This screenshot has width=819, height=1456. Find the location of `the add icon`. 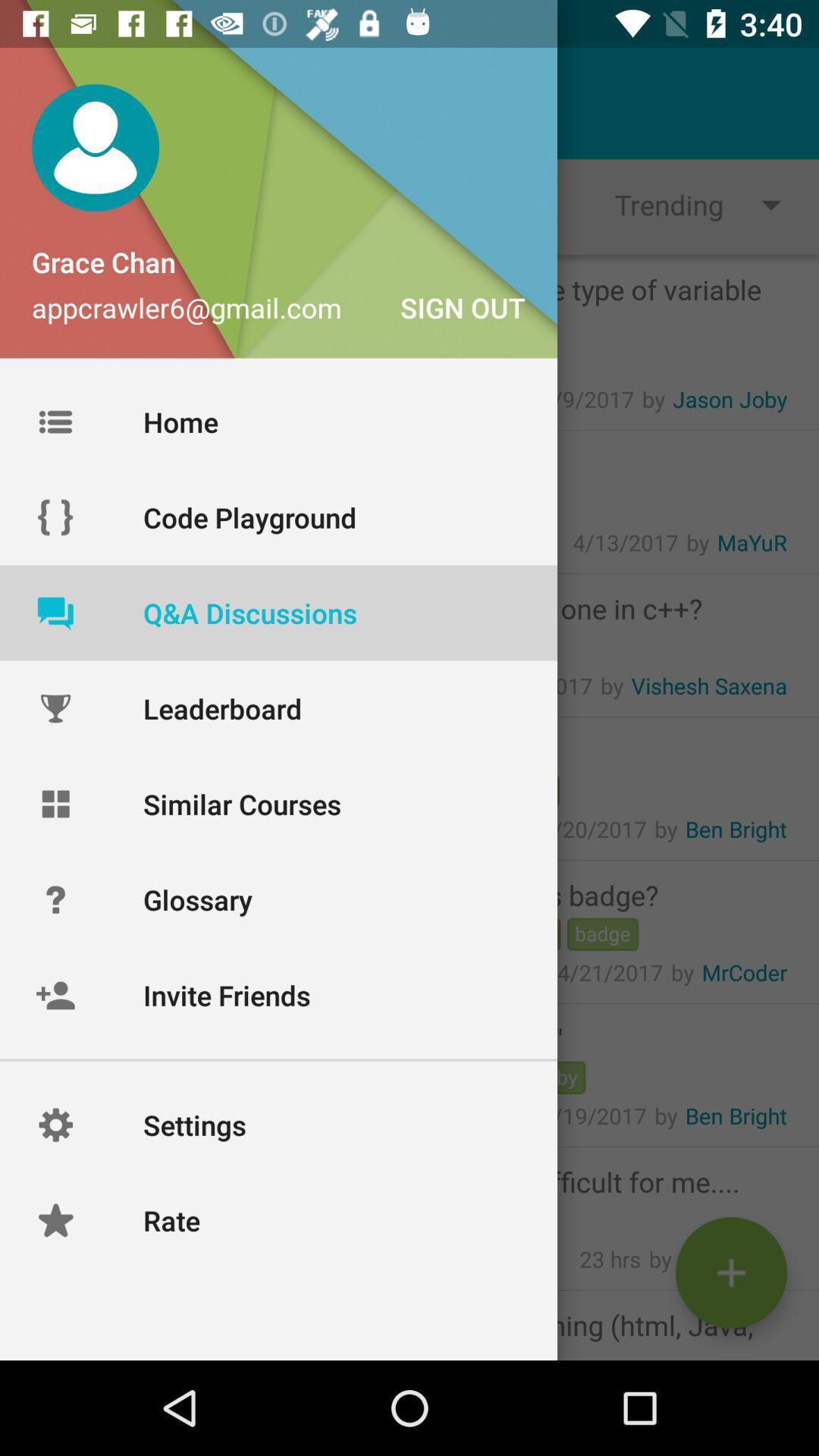

the add icon is located at coordinates (730, 1272).